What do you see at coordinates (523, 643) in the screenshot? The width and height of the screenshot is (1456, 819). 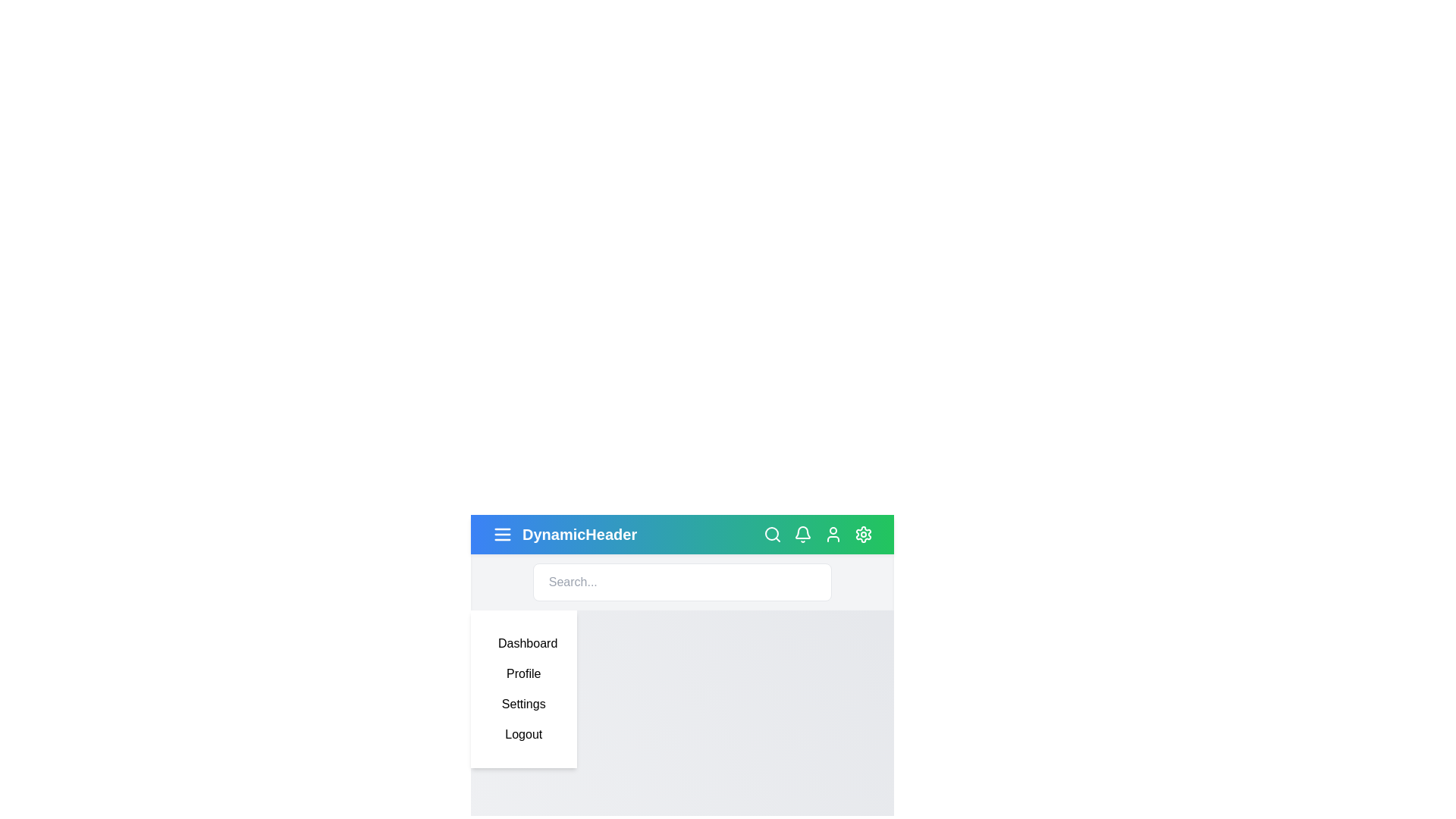 I see `the 'Dashboard' menu item` at bounding box center [523, 643].